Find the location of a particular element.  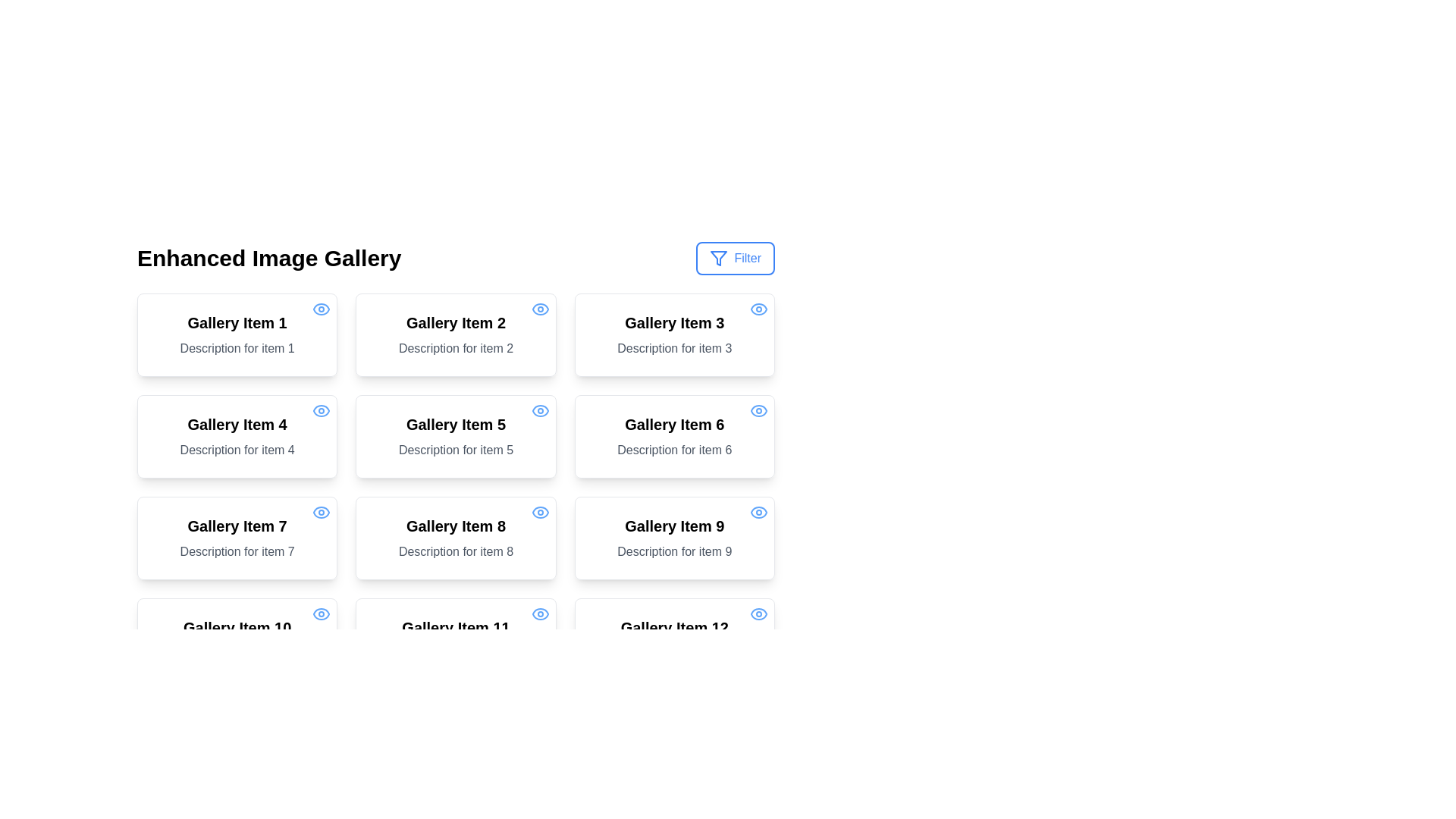

the 'eye' icon located in the top-right corner of the card labeled 'Gallery Item 4' is located at coordinates (321, 411).